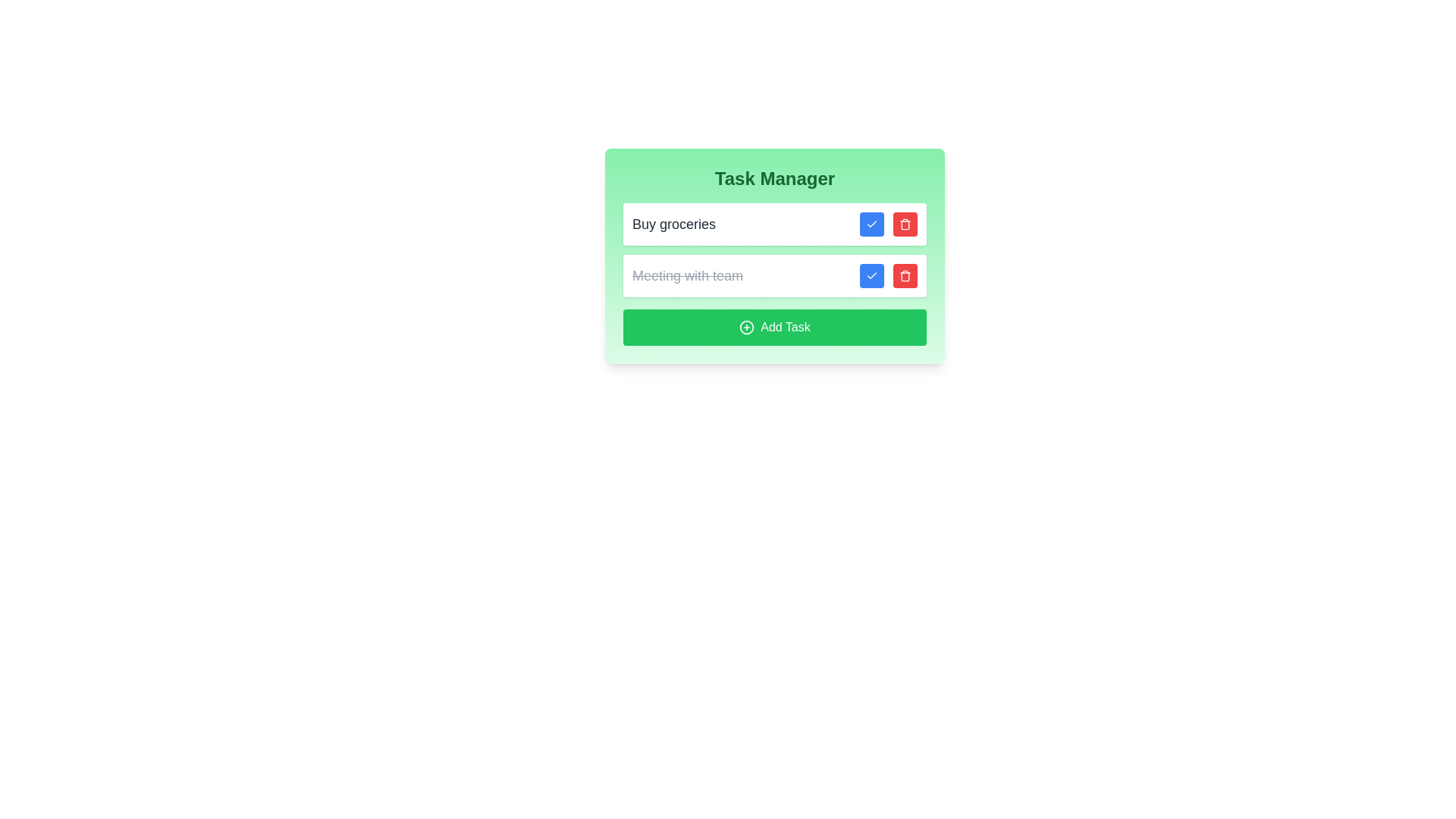  Describe the element at coordinates (905, 275) in the screenshot. I see `the delete button located to the right of the blue checkmark button in the task management application, which is associated with the task labeled 'Meeting with team'` at that location.